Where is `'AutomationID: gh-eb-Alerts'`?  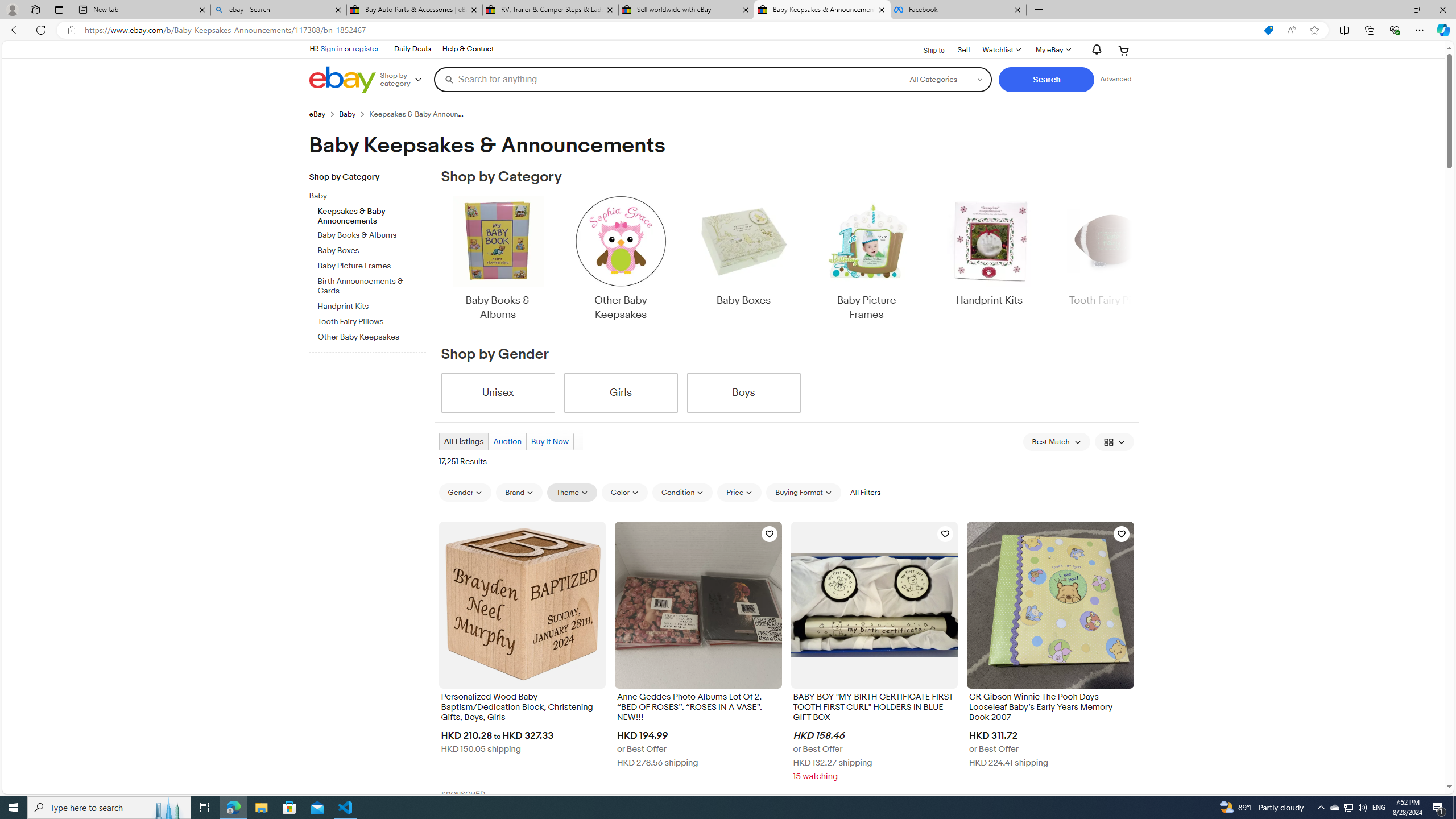
'AutomationID: gh-eb-Alerts' is located at coordinates (1094, 50).